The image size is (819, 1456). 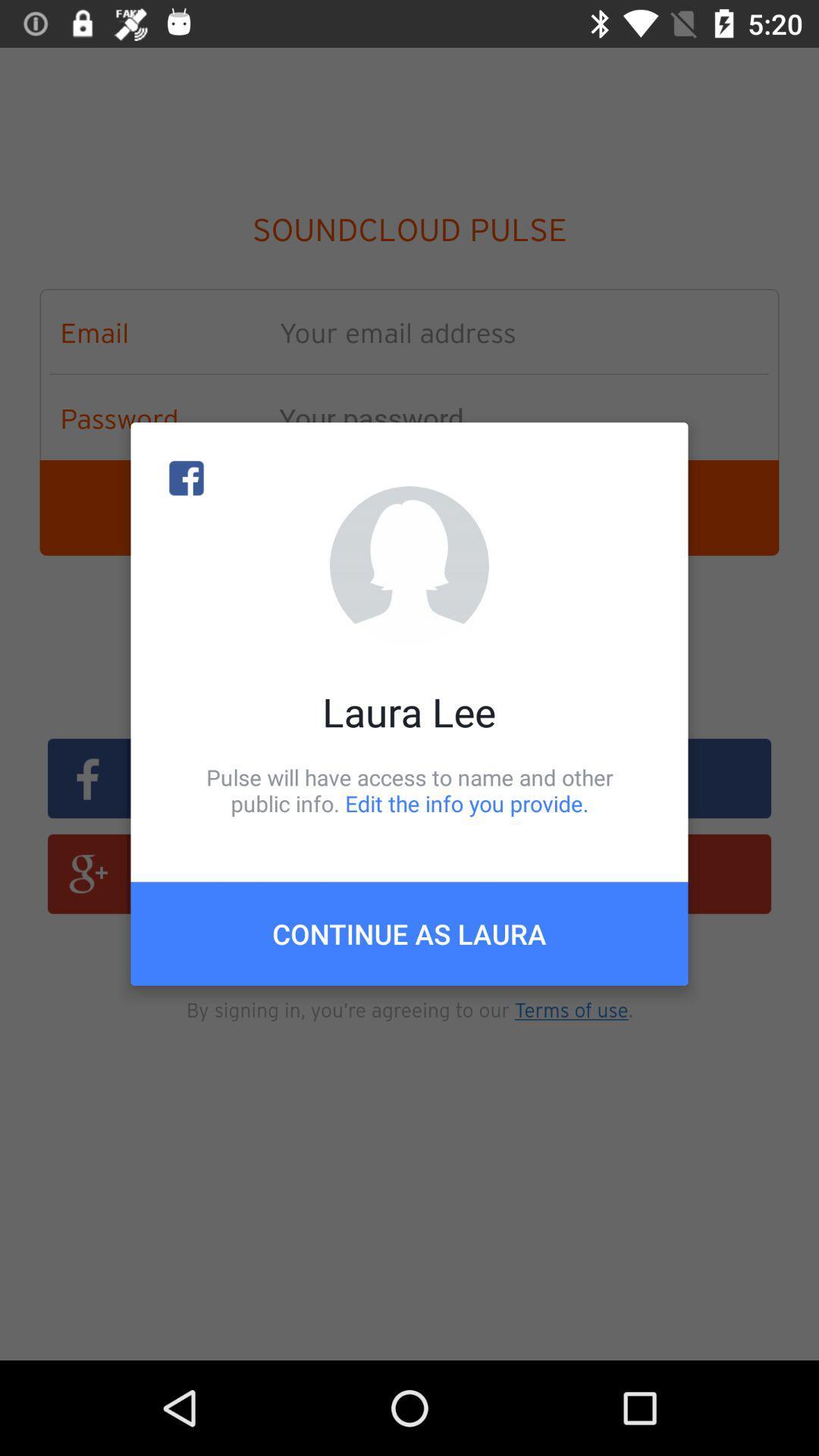 What do you see at coordinates (409, 789) in the screenshot?
I see `pulse will have` at bounding box center [409, 789].